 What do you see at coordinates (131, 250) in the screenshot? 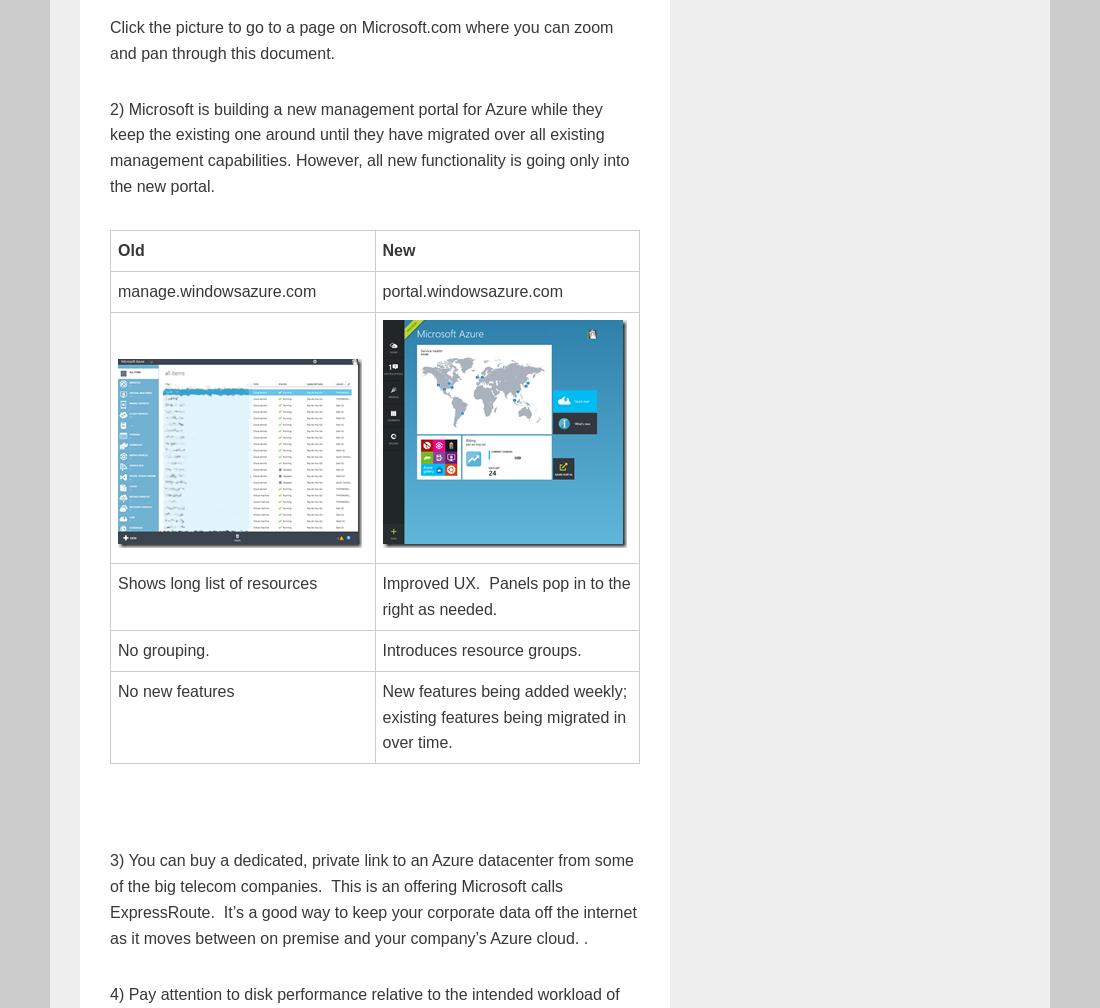
I see `'Old'` at bounding box center [131, 250].